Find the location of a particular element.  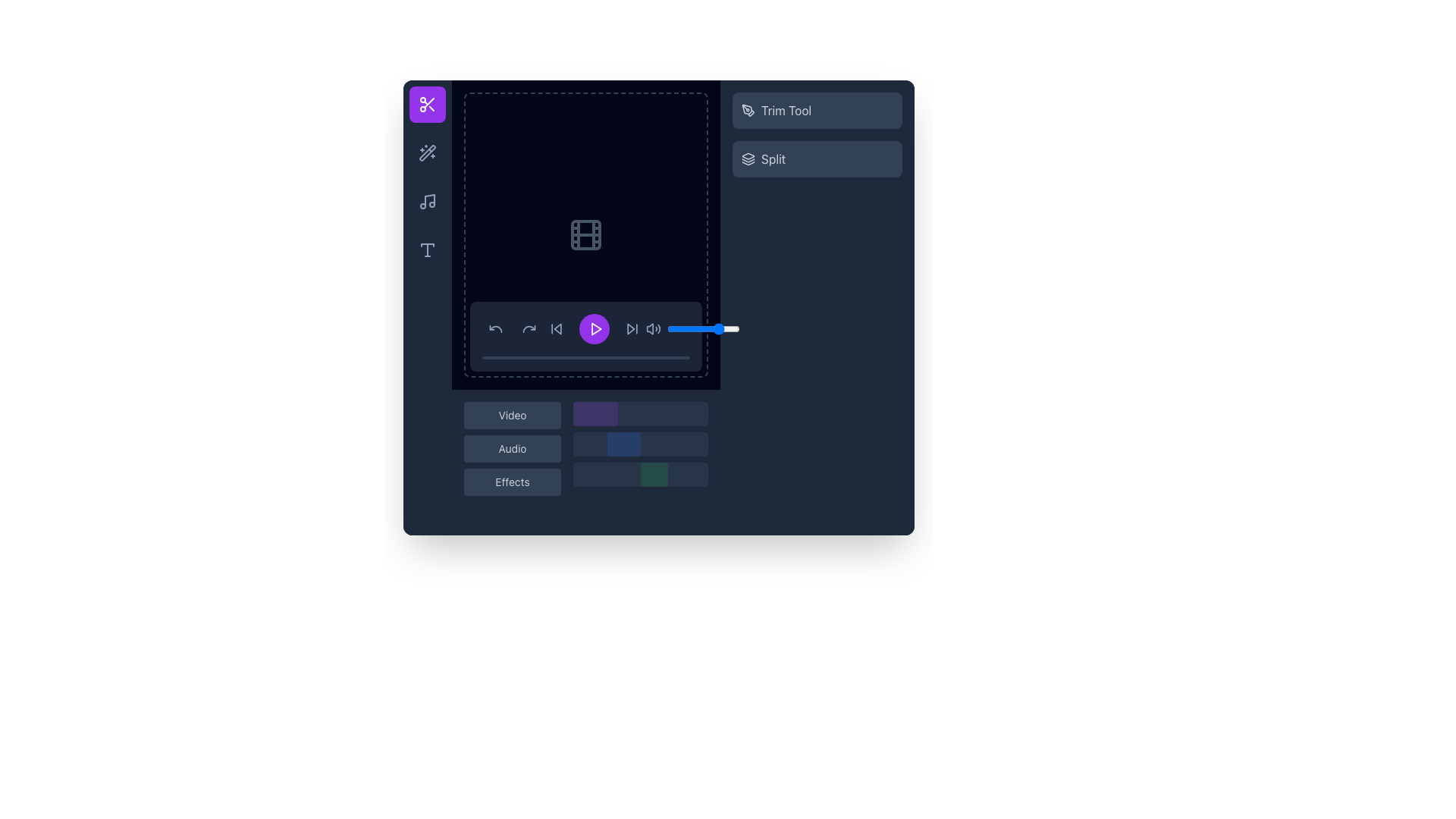

the progress bar indicator which is the first item in a vertical stack of components, located below the toolbar and centrally aligned is located at coordinates (640, 414).